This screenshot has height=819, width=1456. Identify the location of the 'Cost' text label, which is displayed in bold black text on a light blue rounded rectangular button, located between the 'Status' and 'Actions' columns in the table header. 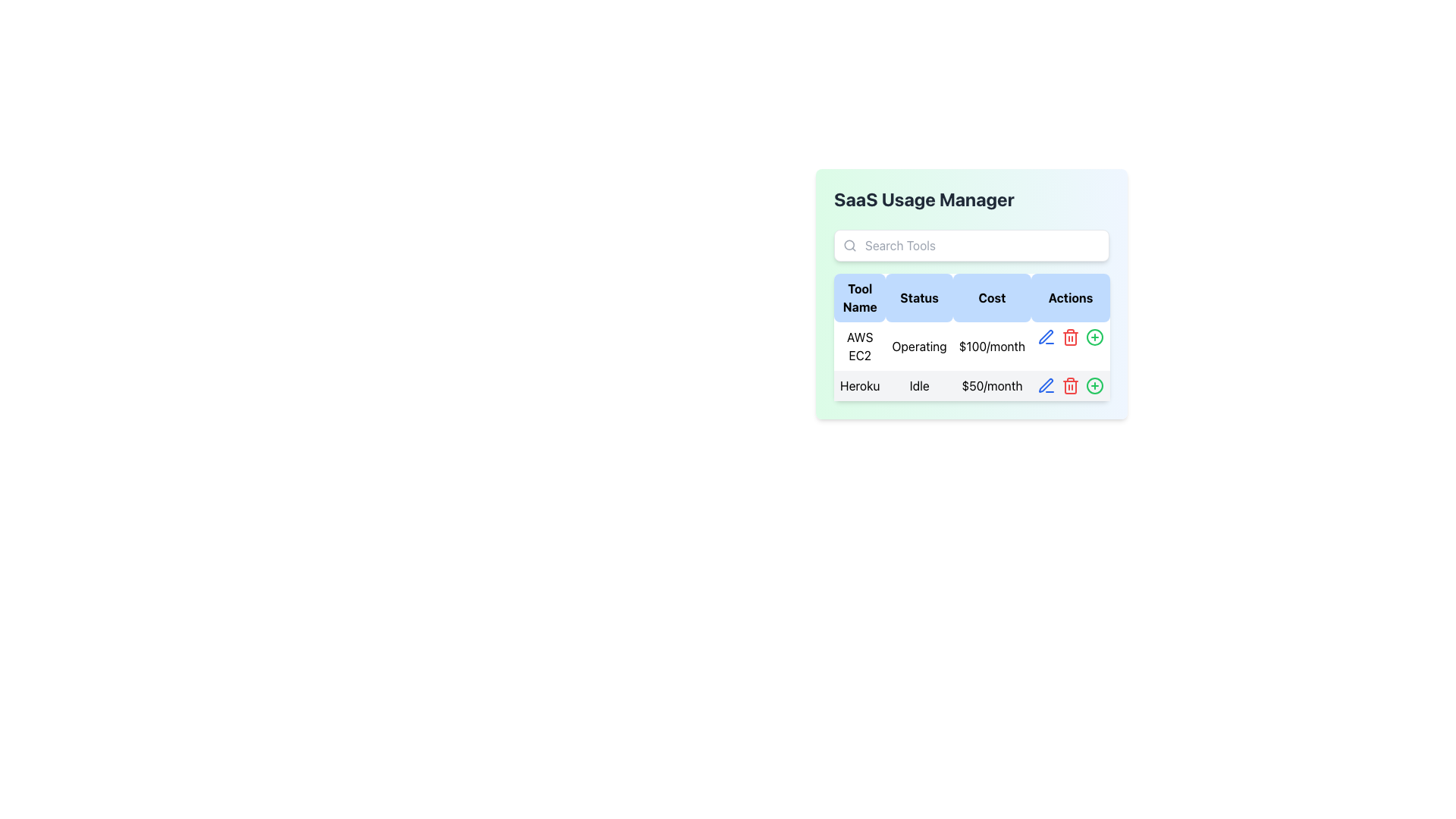
(992, 298).